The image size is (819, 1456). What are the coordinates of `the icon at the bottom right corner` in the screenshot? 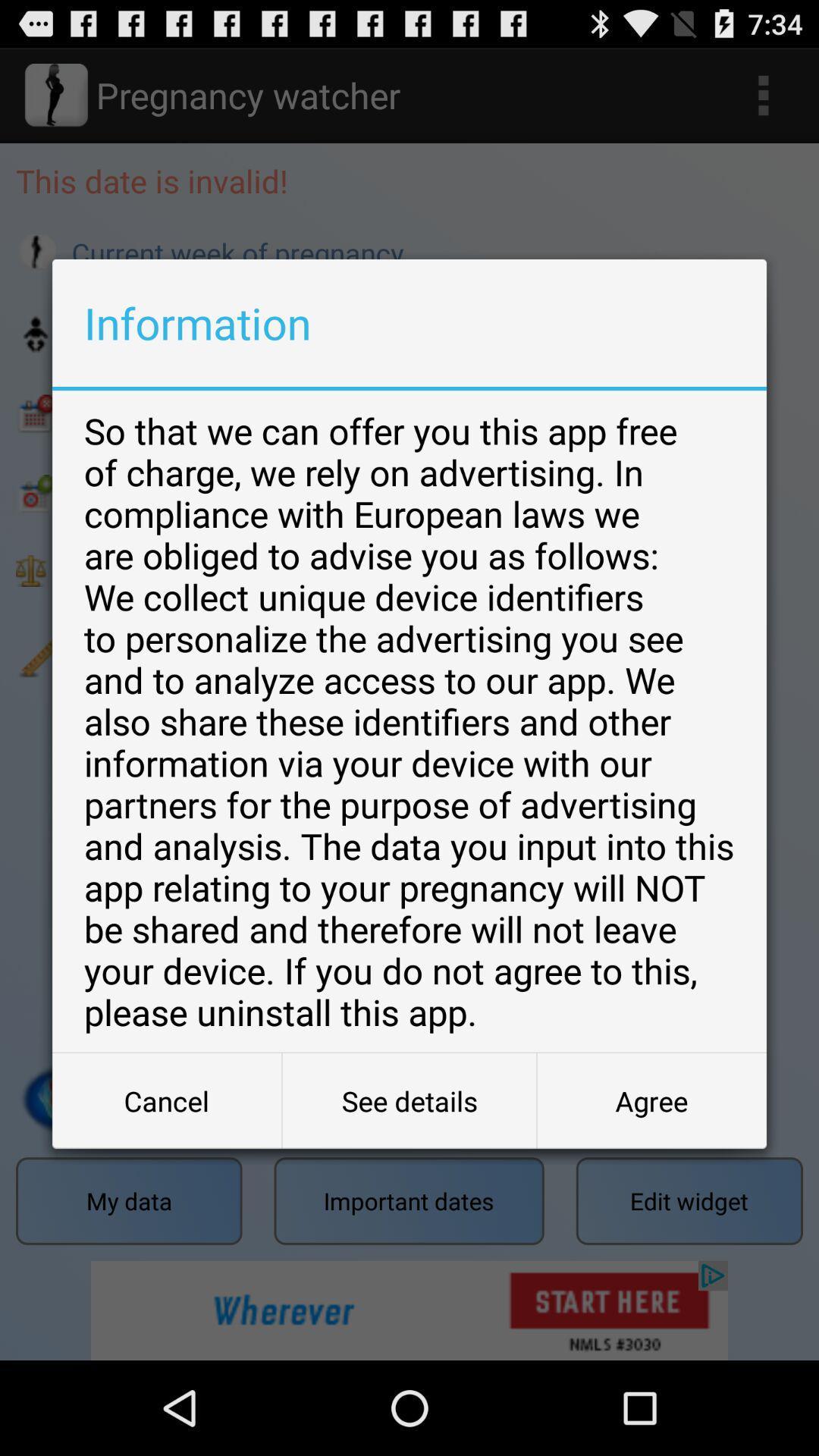 It's located at (651, 1100).